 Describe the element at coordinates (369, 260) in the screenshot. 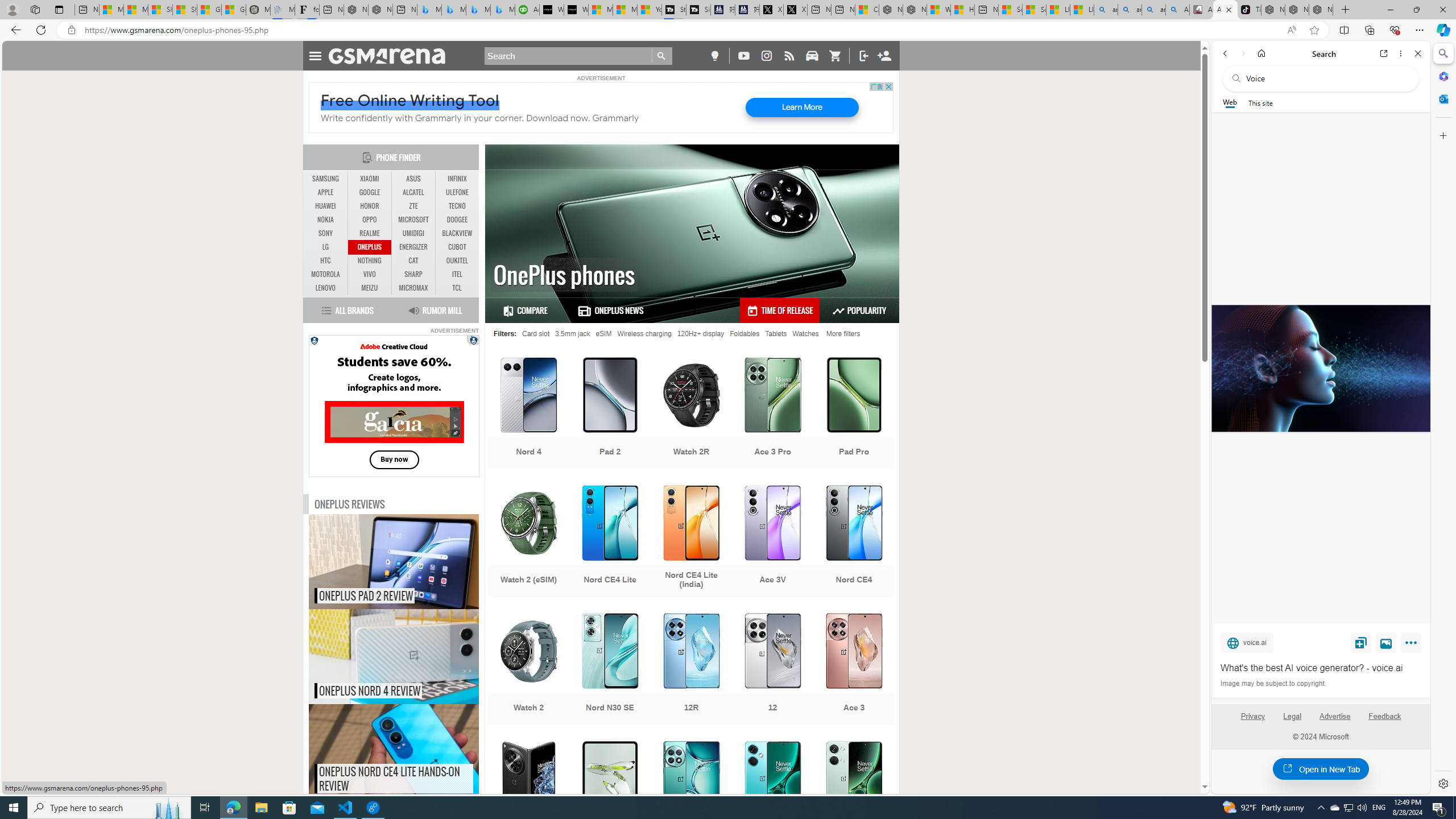

I see `'NOTHING'` at that location.